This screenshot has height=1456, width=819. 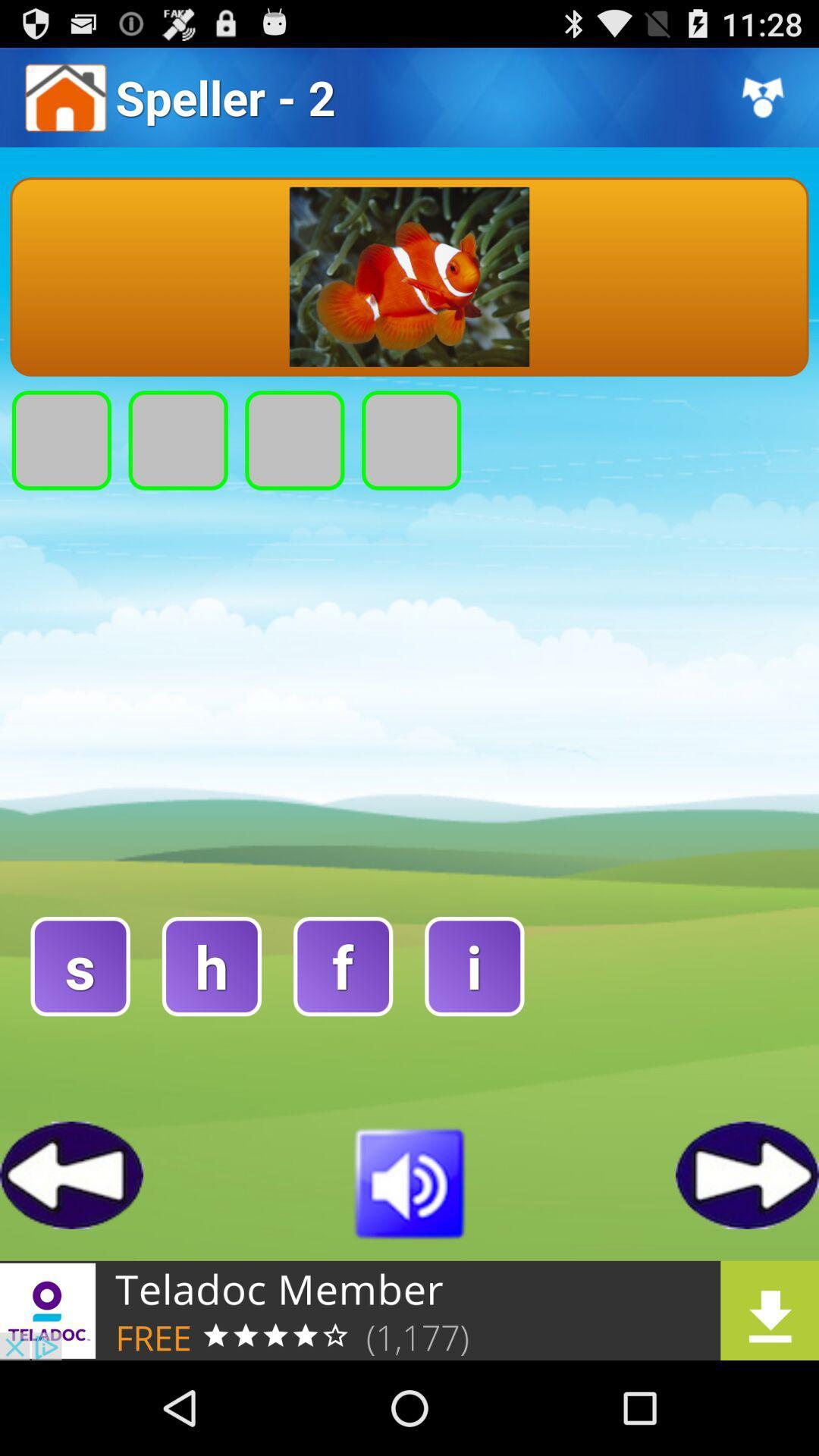 I want to click on open audio, so click(x=409, y=1180).